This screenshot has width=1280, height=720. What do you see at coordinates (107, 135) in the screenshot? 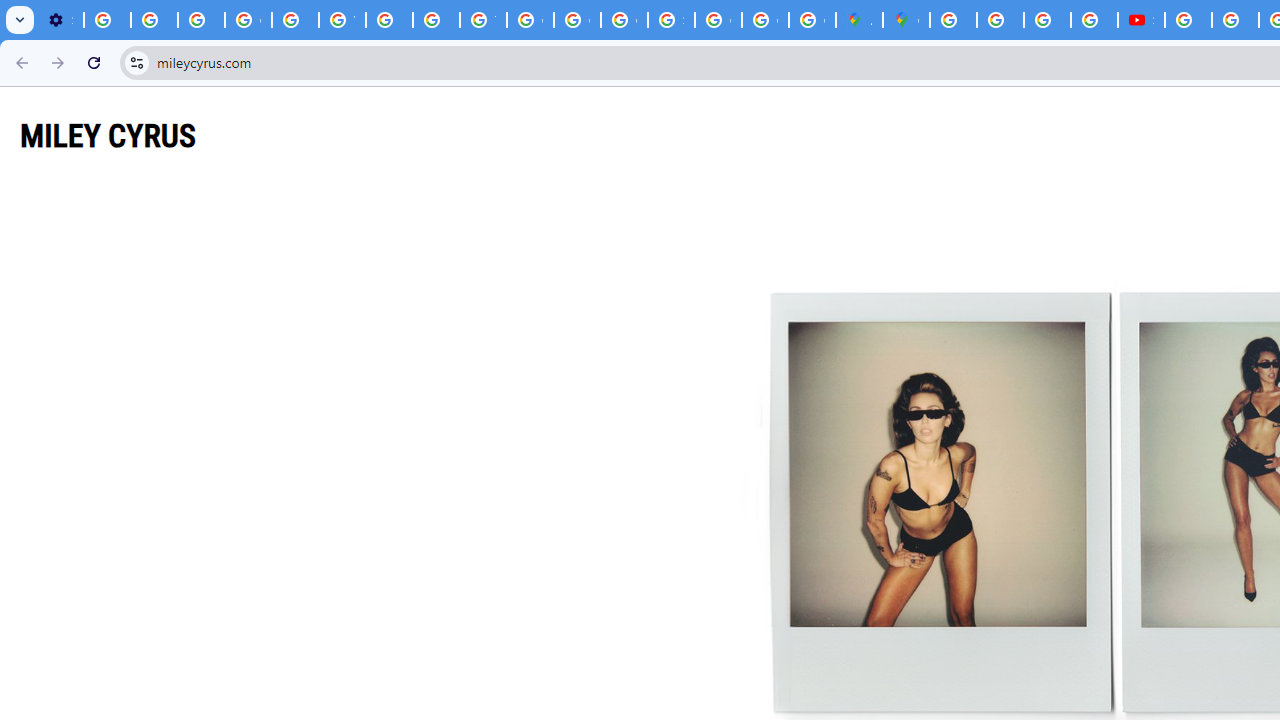
I see `'MILEY CYRUS'` at bounding box center [107, 135].